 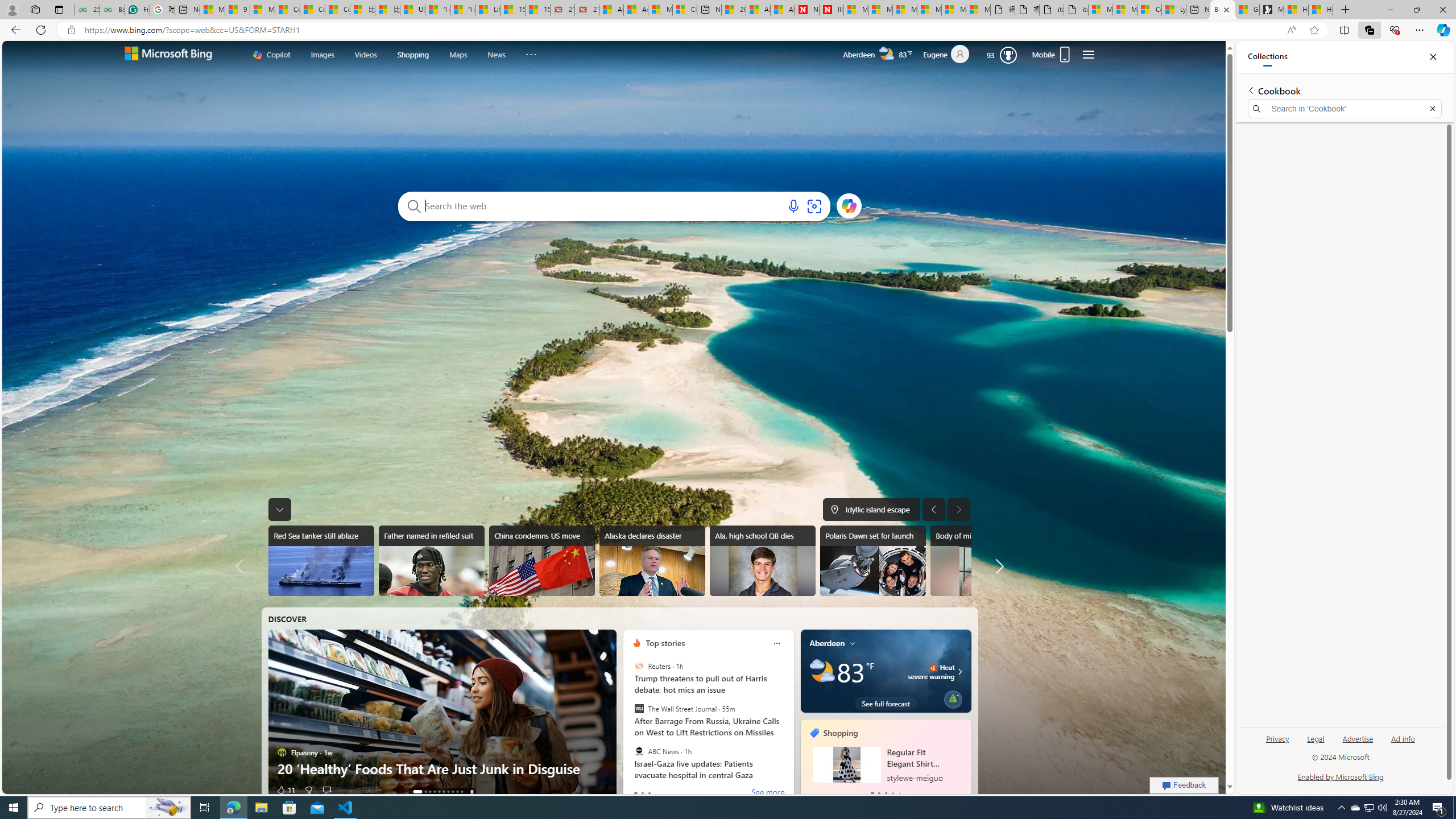 What do you see at coordinates (793, 205) in the screenshot?
I see `'Search using voice'` at bounding box center [793, 205].